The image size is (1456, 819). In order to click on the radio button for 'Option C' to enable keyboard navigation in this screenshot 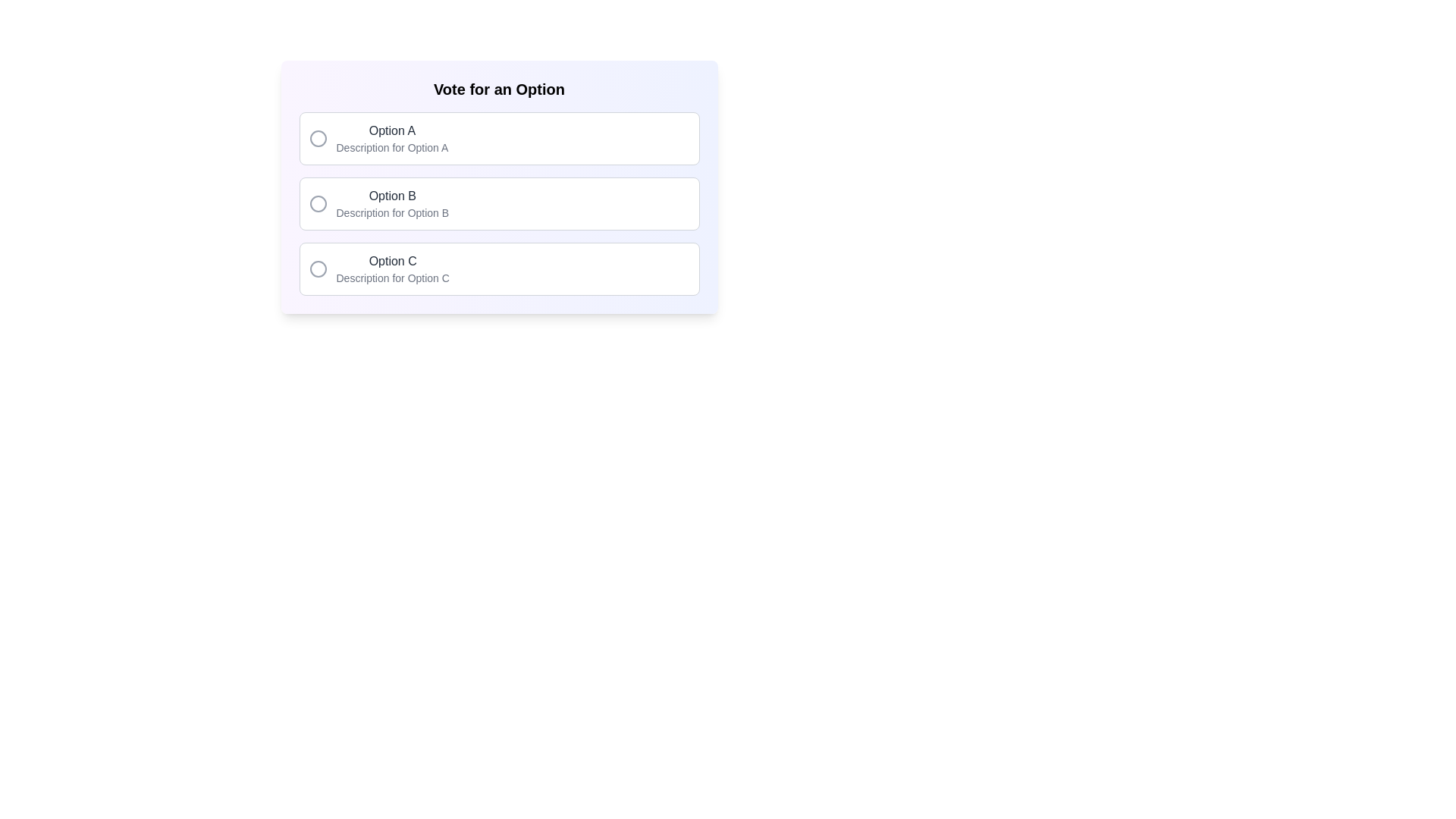, I will do `click(317, 268)`.